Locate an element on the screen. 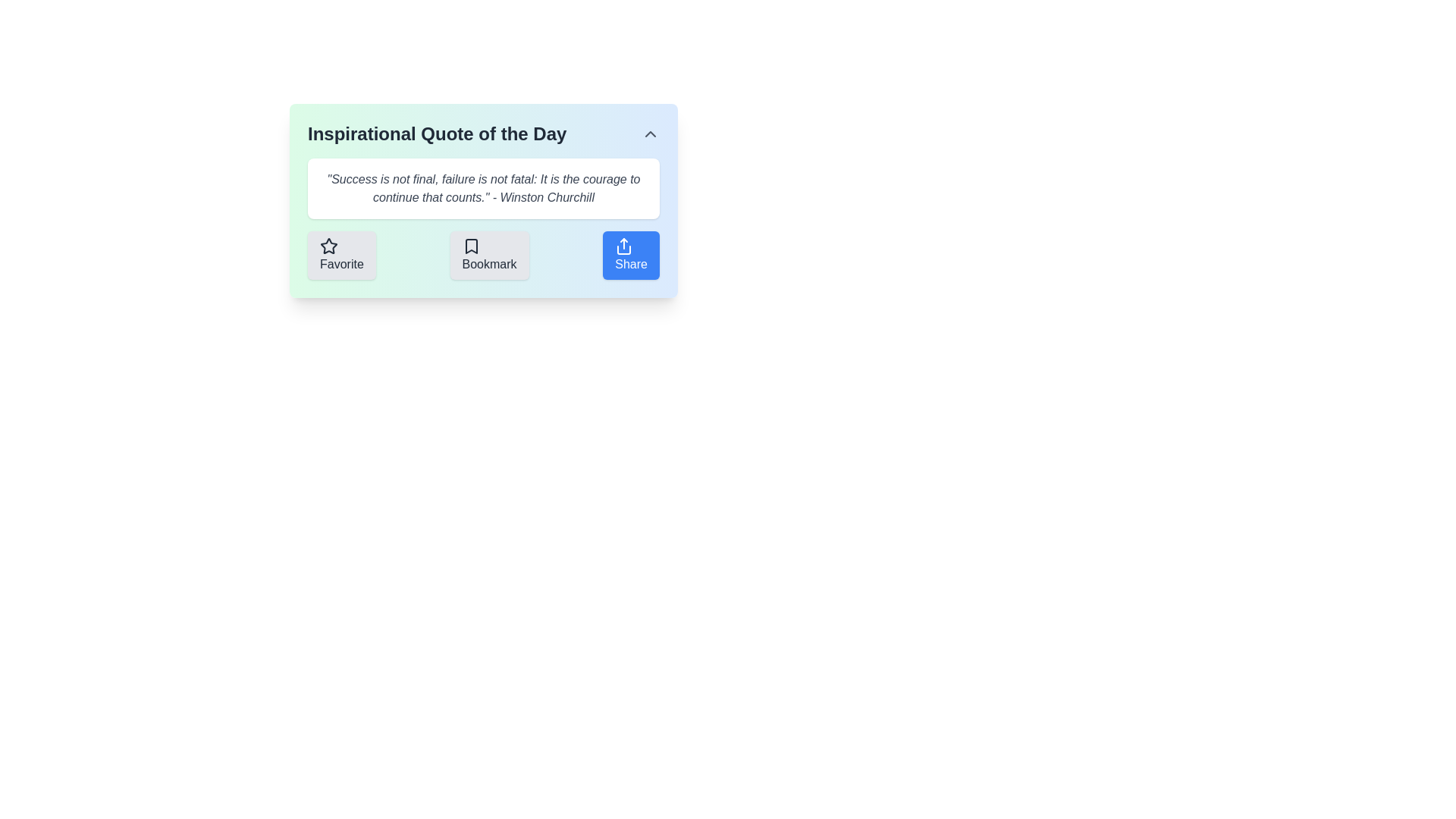 The width and height of the screenshot is (1456, 819). the prominently styled title labeled 'Inspirational Quote of the Day' located at the top of the content card is located at coordinates (436, 133).